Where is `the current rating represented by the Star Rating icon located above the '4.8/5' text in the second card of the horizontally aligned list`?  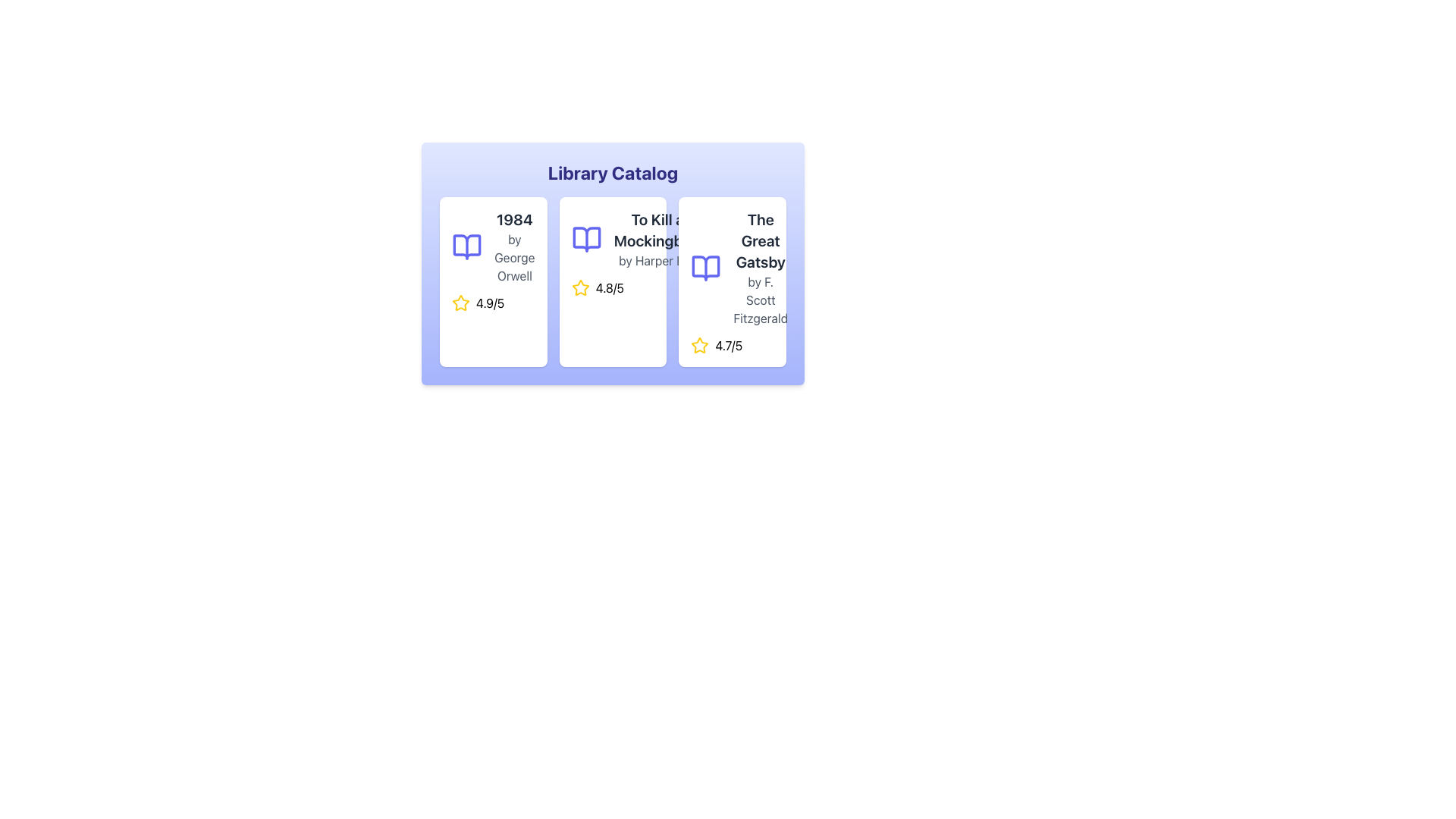 the current rating represented by the Star Rating icon located above the '4.8/5' text in the second card of the horizontally aligned list is located at coordinates (579, 288).